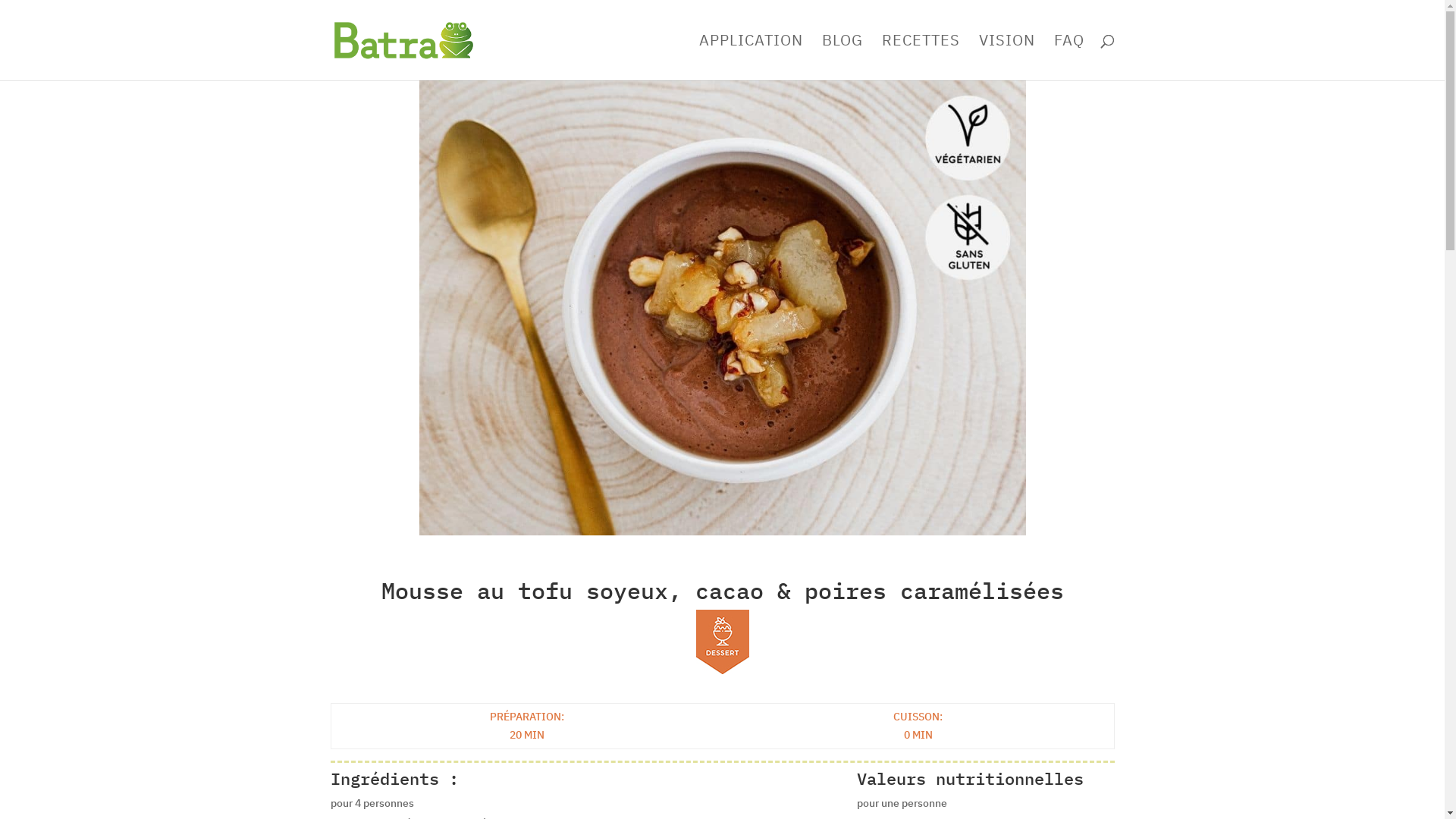 This screenshot has height=819, width=1456. What do you see at coordinates (919, 57) in the screenshot?
I see `'RECETTES'` at bounding box center [919, 57].